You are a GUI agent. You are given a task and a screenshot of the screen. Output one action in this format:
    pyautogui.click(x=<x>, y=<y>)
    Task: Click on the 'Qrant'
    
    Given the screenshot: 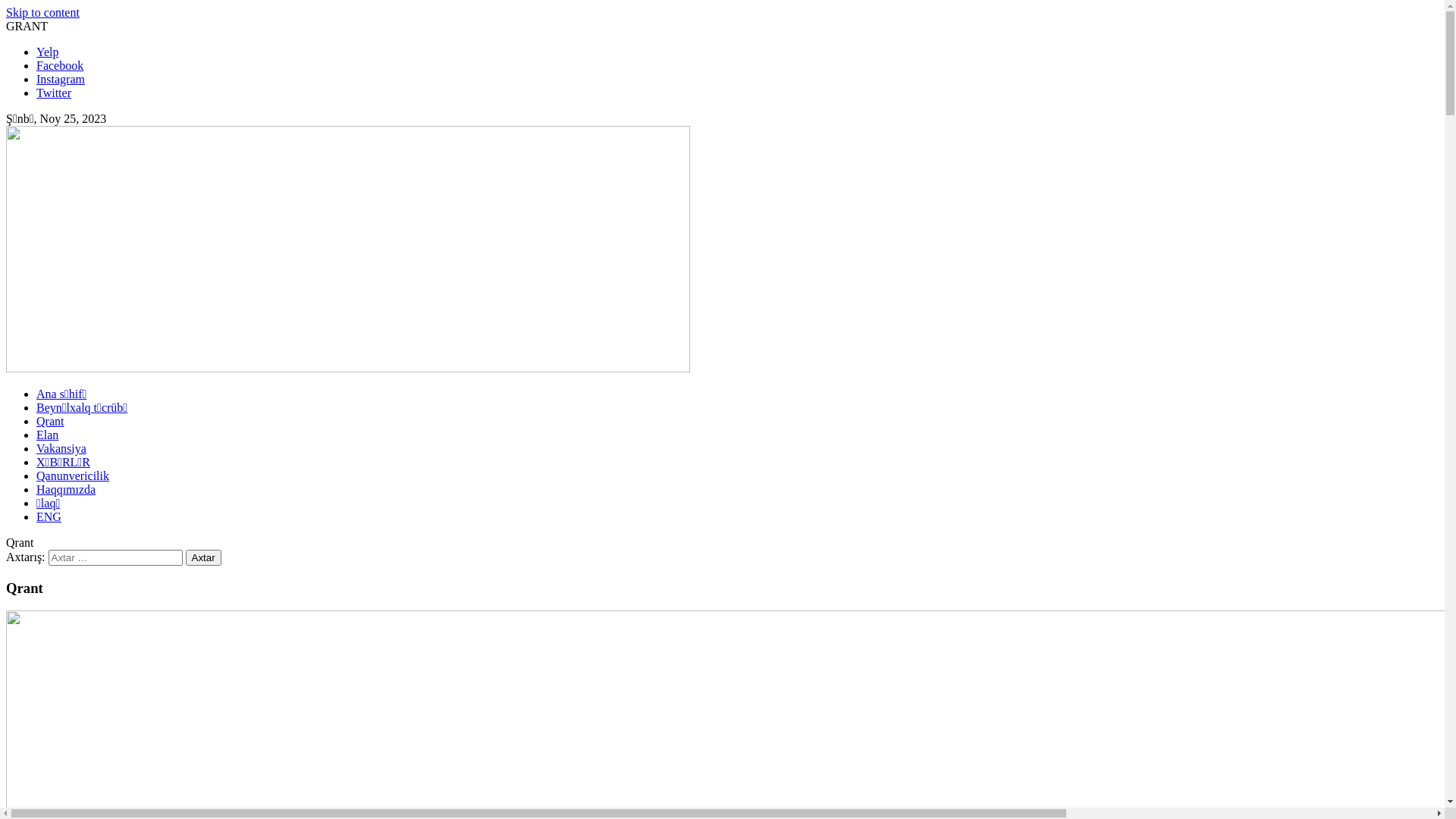 What is the action you would take?
    pyautogui.click(x=50, y=421)
    